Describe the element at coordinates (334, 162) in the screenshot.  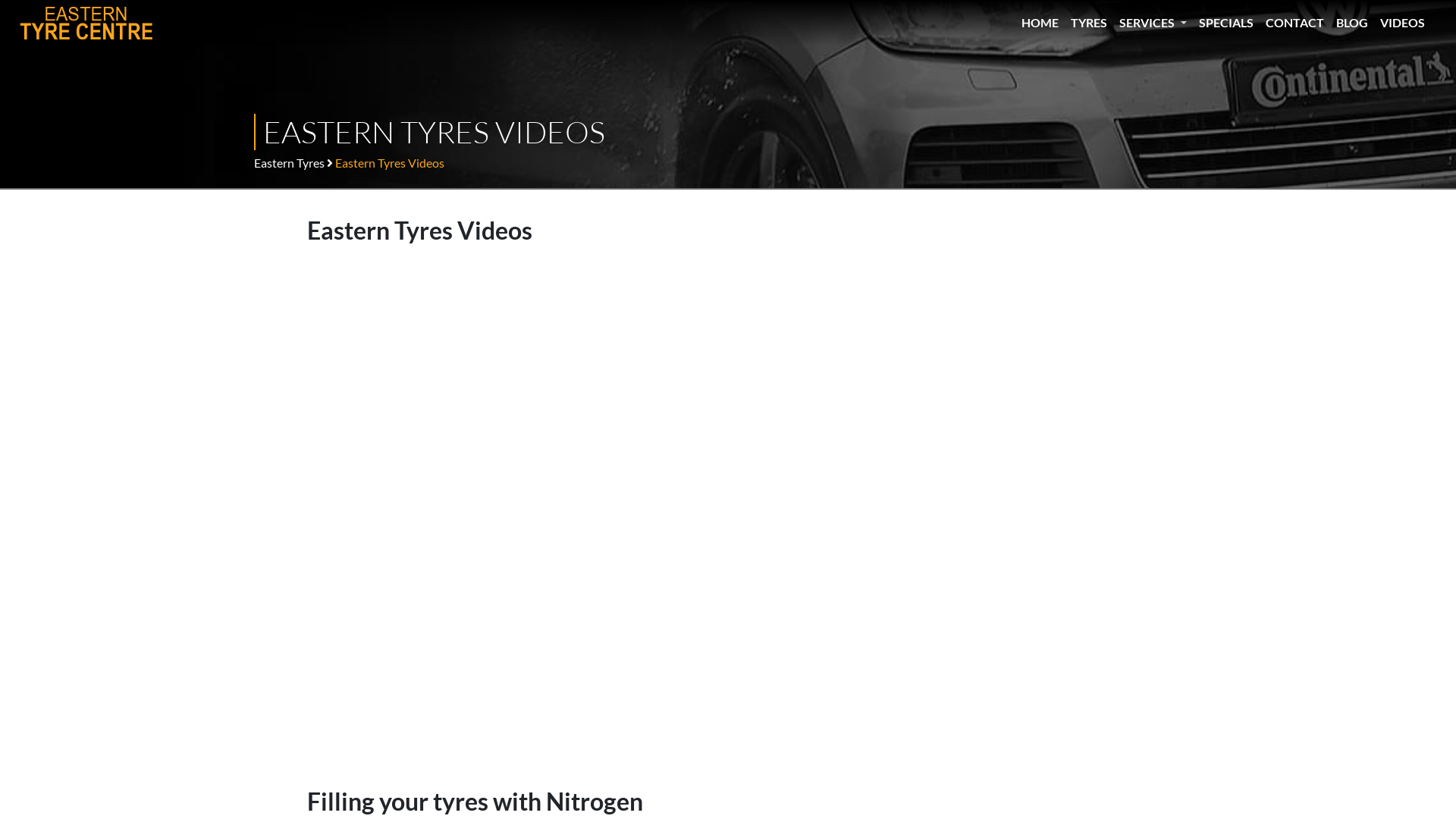
I see `'Eastern Tyres Videos'` at that location.